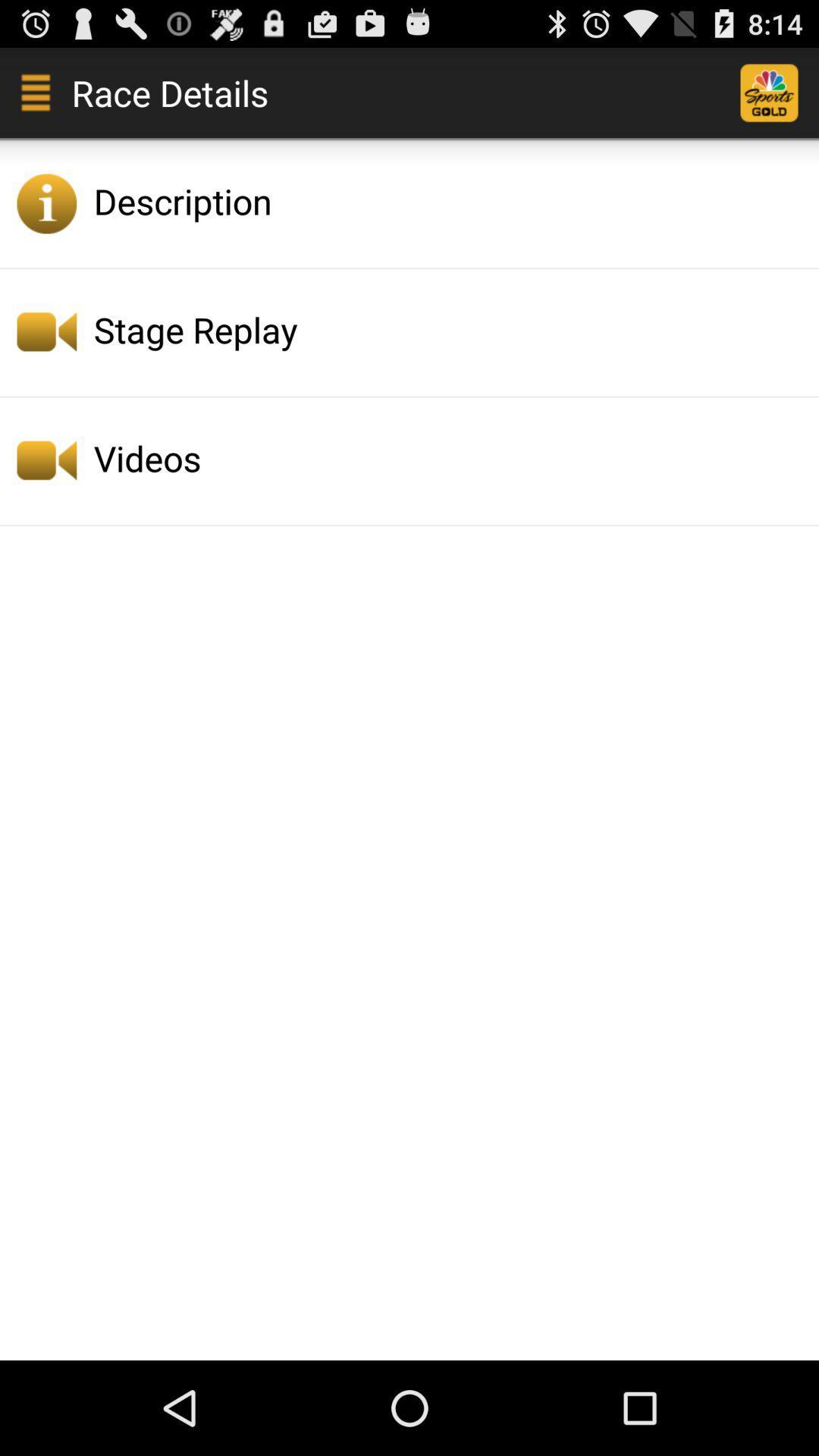  Describe the element at coordinates (451, 328) in the screenshot. I see `the icon below description icon` at that location.